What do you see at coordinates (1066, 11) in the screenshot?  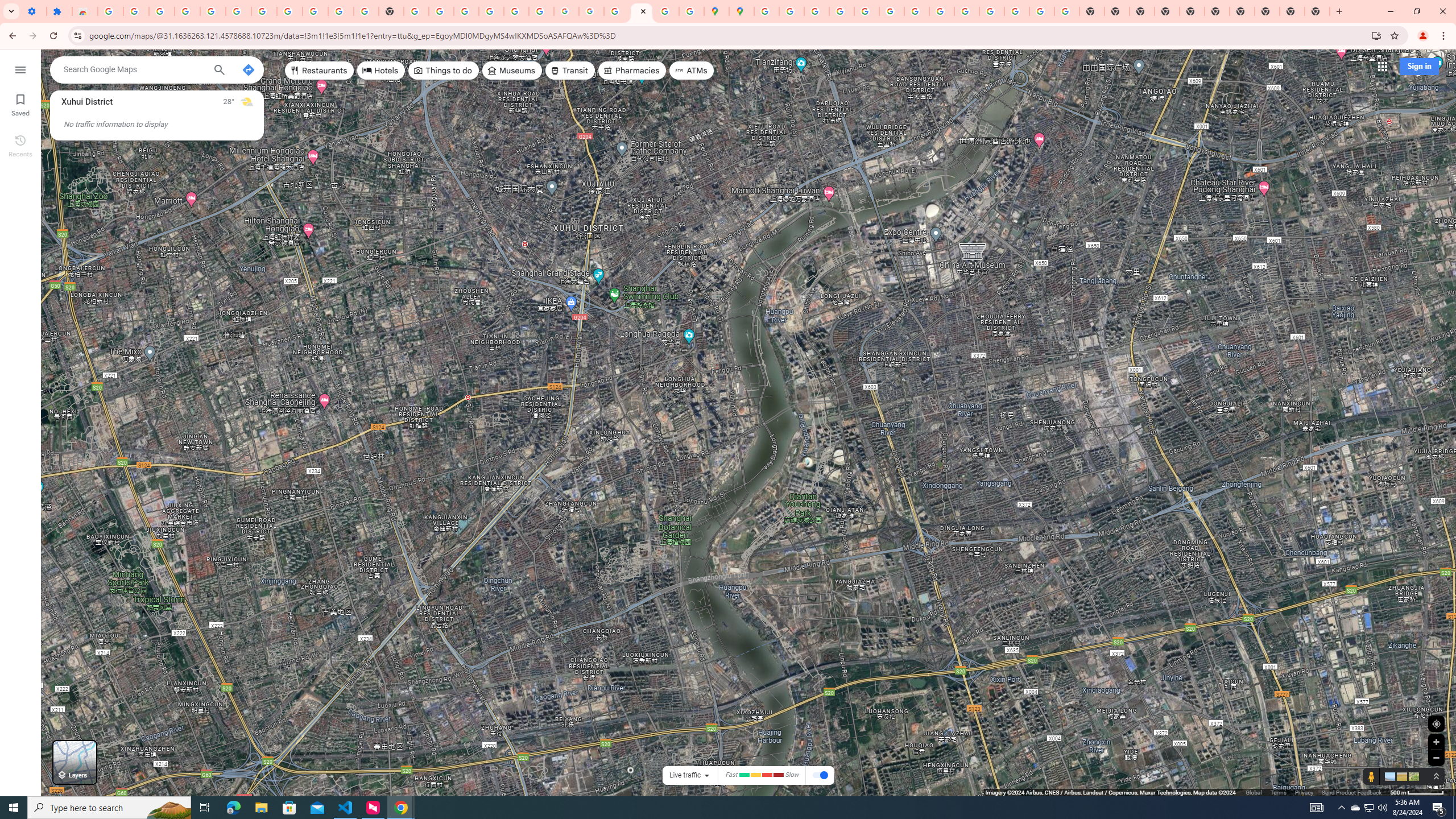 I see `'Google Images'` at bounding box center [1066, 11].